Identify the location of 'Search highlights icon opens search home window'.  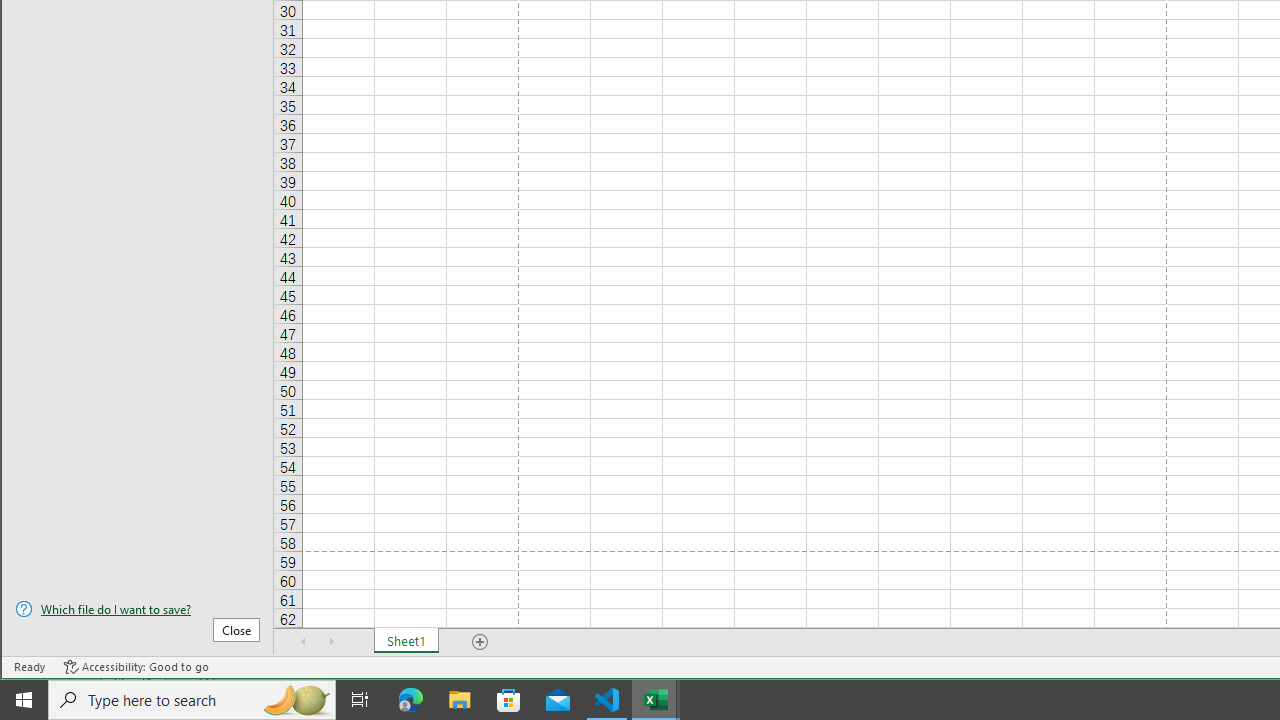
(294, 698).